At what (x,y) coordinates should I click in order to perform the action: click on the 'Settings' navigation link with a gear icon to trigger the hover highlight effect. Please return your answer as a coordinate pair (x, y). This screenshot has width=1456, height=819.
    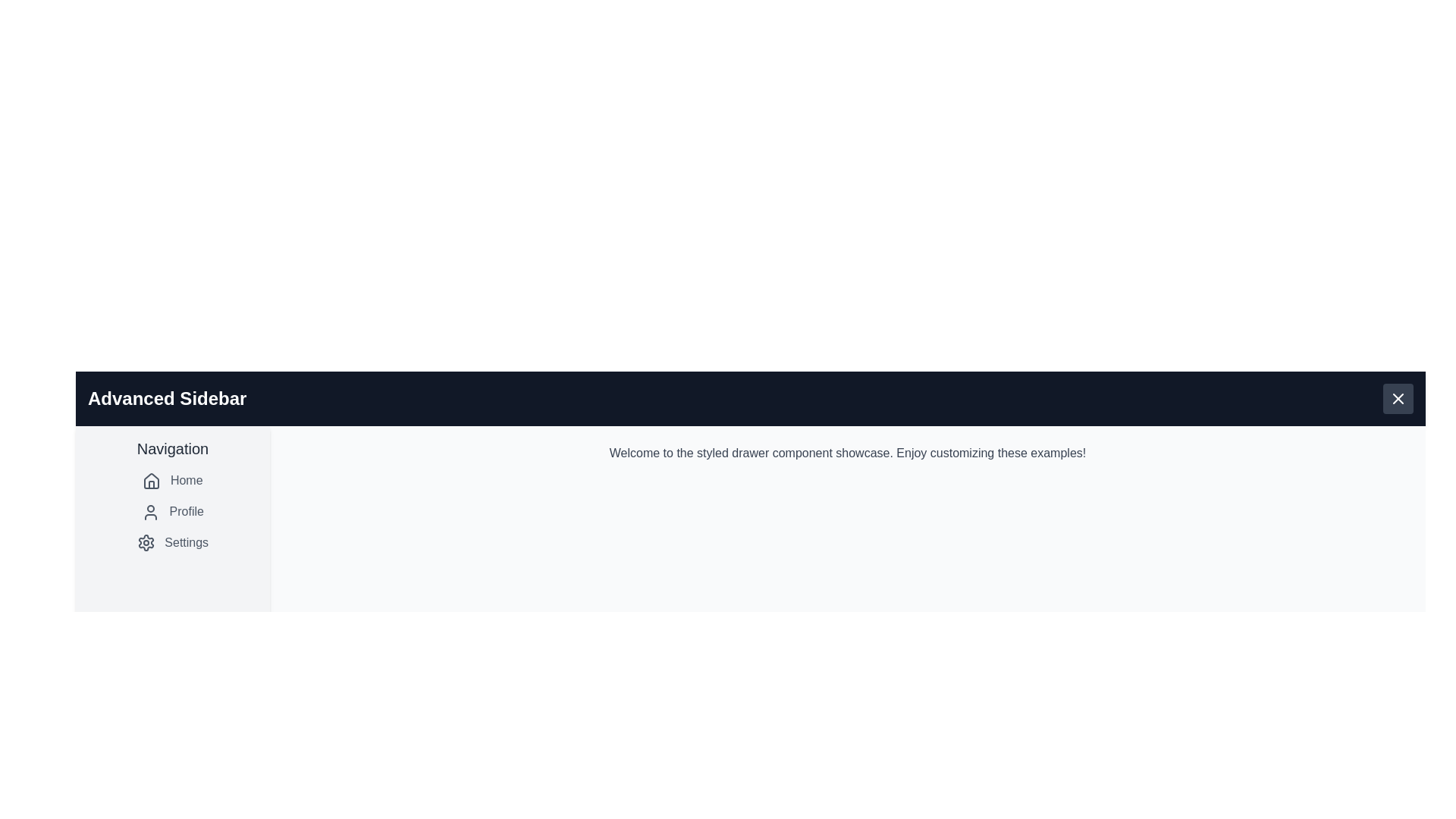
    Looking at the image, I should click on (172, 541).